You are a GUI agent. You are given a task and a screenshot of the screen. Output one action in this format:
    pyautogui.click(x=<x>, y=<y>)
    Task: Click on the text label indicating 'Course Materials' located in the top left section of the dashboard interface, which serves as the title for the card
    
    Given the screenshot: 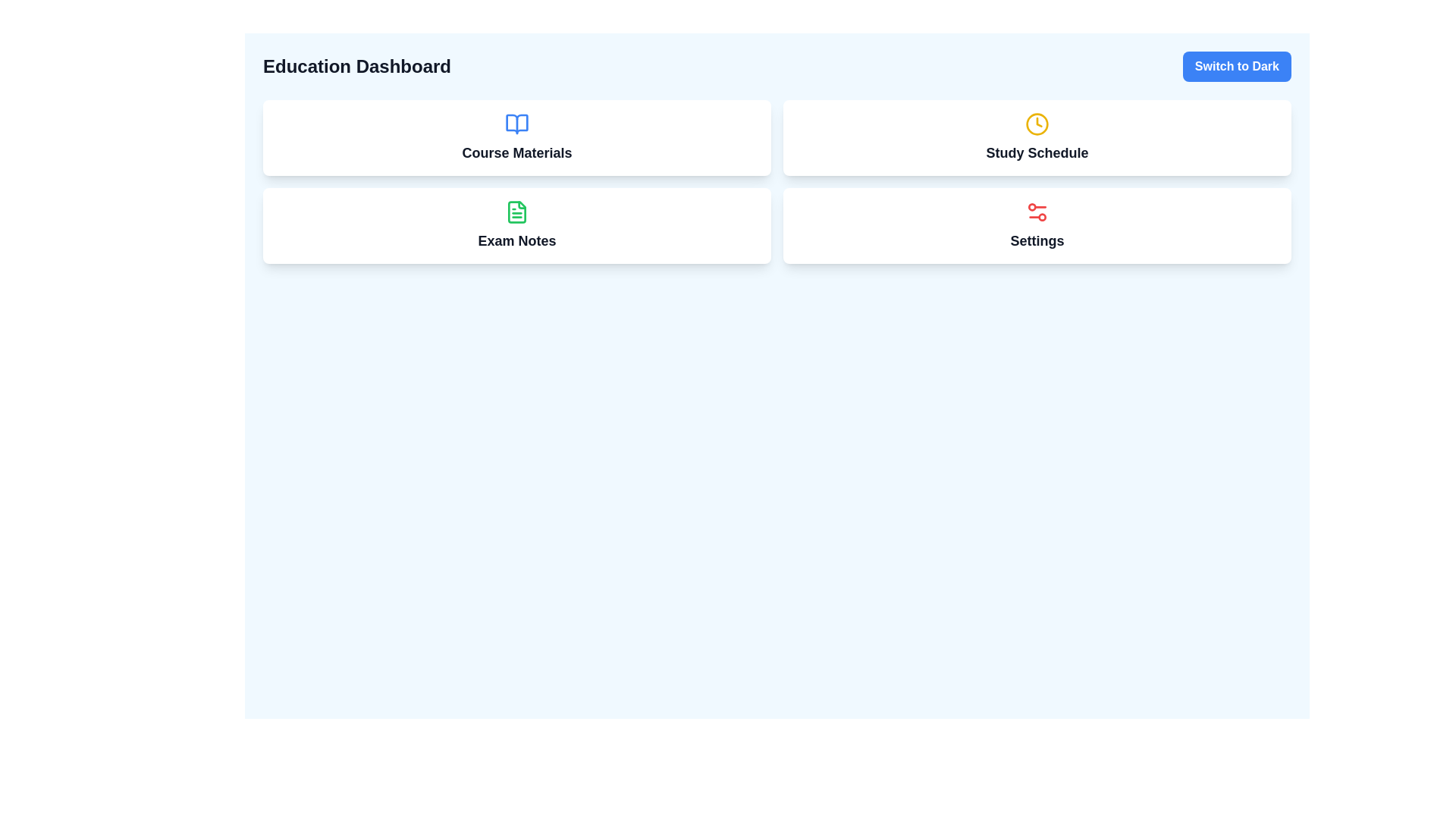 What is the action you would take?
    pyautogui.click(x=516, y=152)
    